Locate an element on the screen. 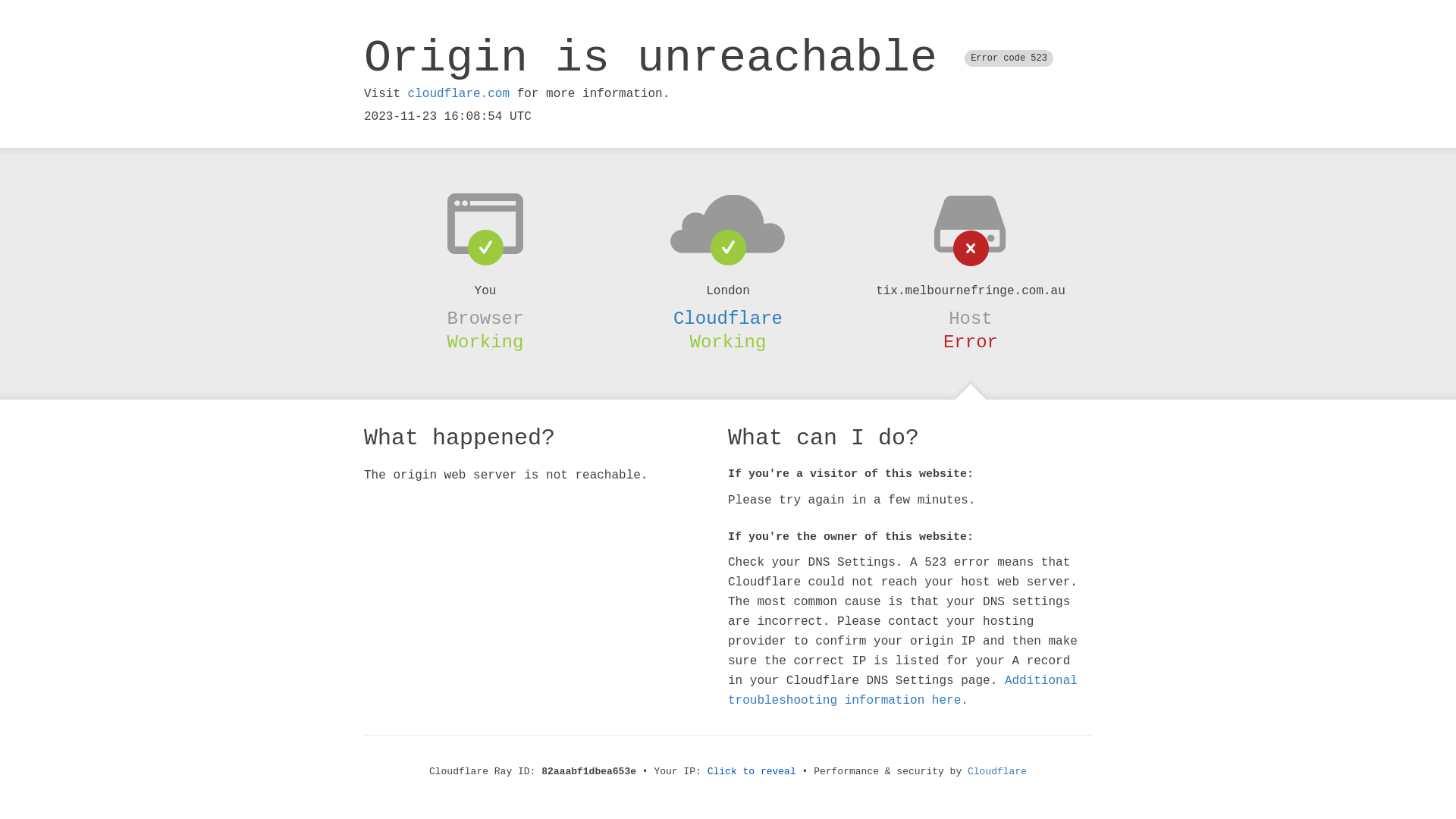  'Cloudflare' is located at coordinates (967, 771).